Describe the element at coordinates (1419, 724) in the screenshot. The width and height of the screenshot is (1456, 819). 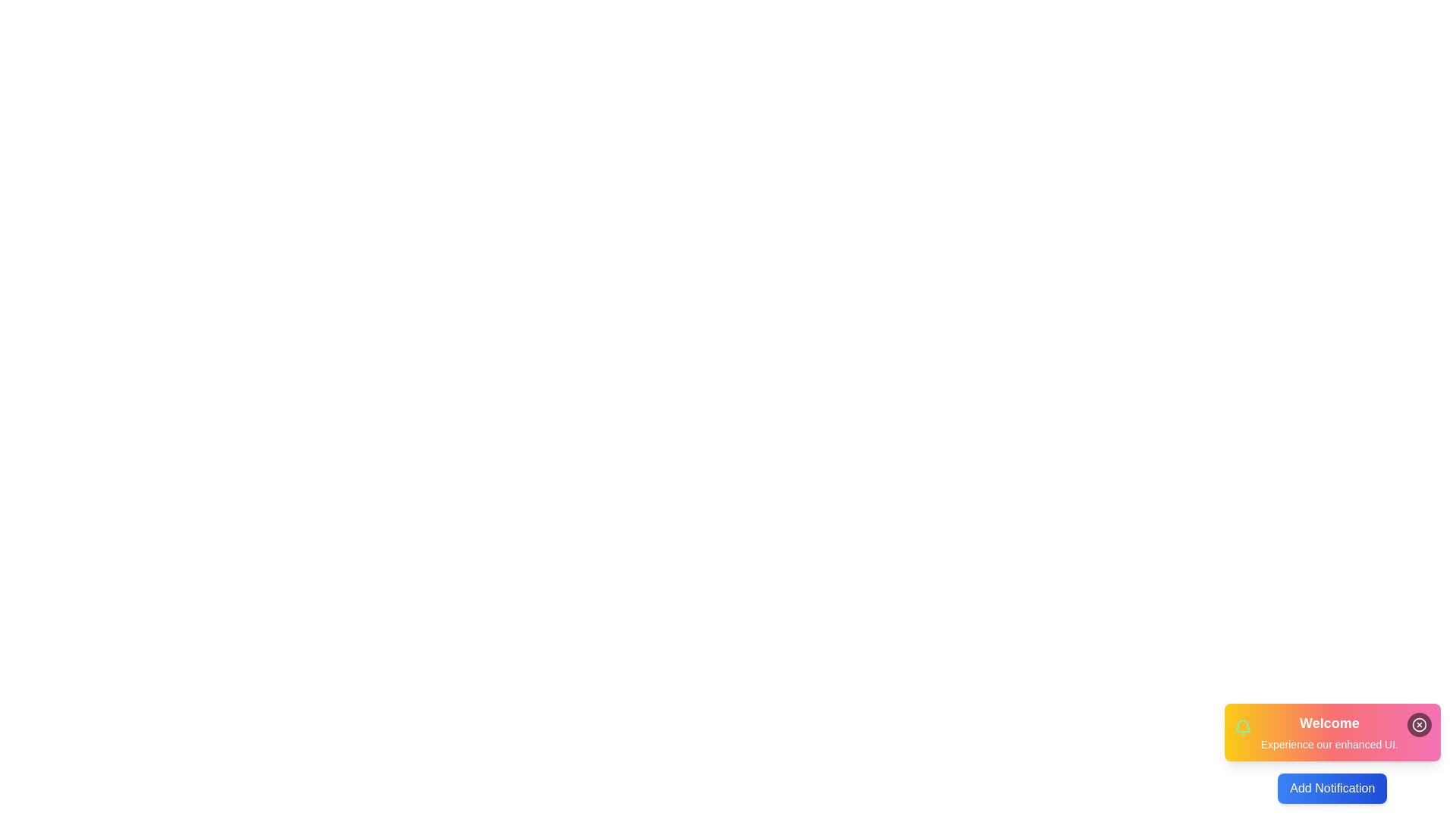
I see `the circular button with a semitransparent dark background and a white 'X' icon in the center` at that location.